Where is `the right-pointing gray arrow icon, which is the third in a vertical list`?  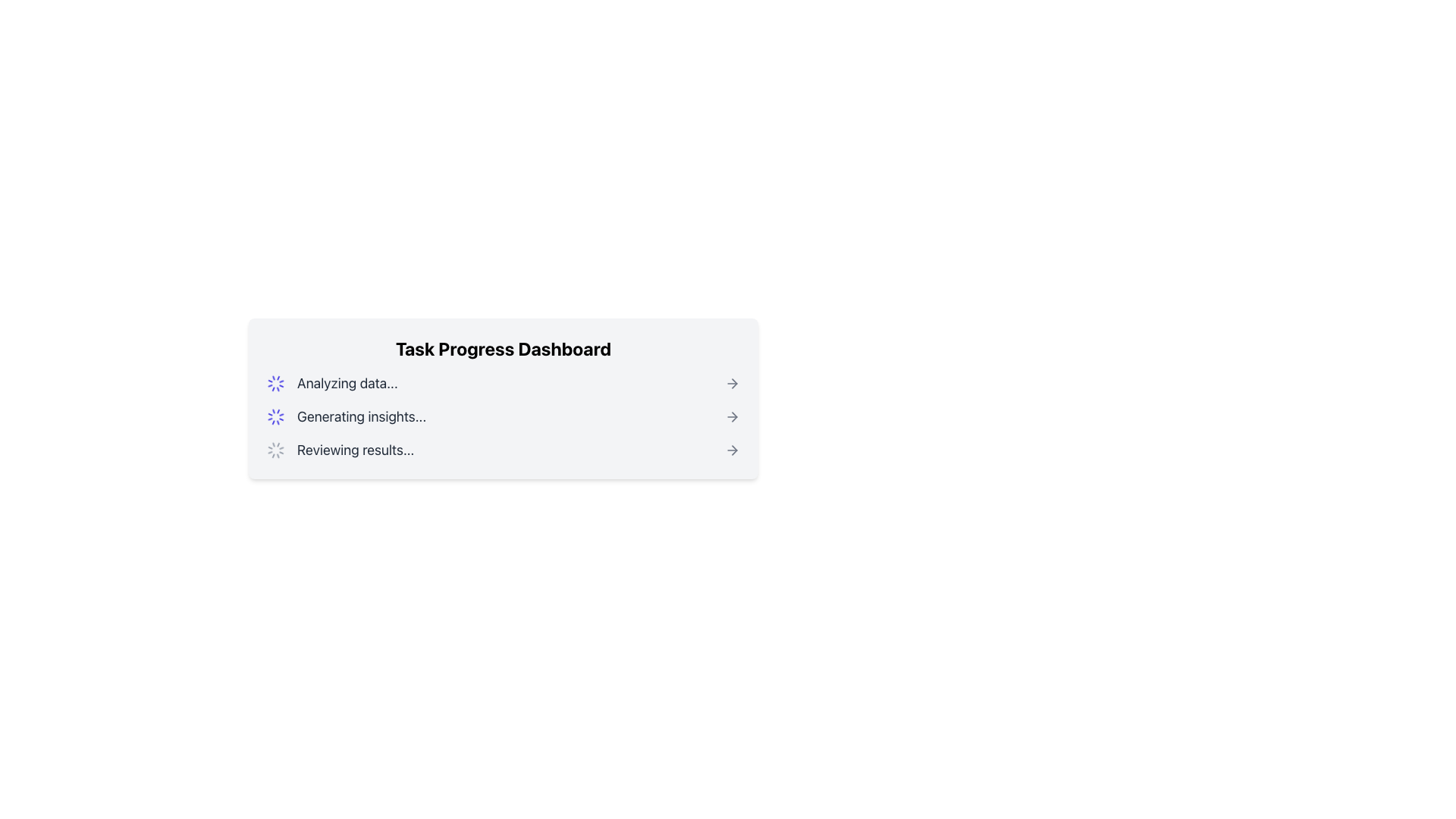
the right-pointing gray arrow icon, which is the third in a vertical list is located at coordinates (732, 417).